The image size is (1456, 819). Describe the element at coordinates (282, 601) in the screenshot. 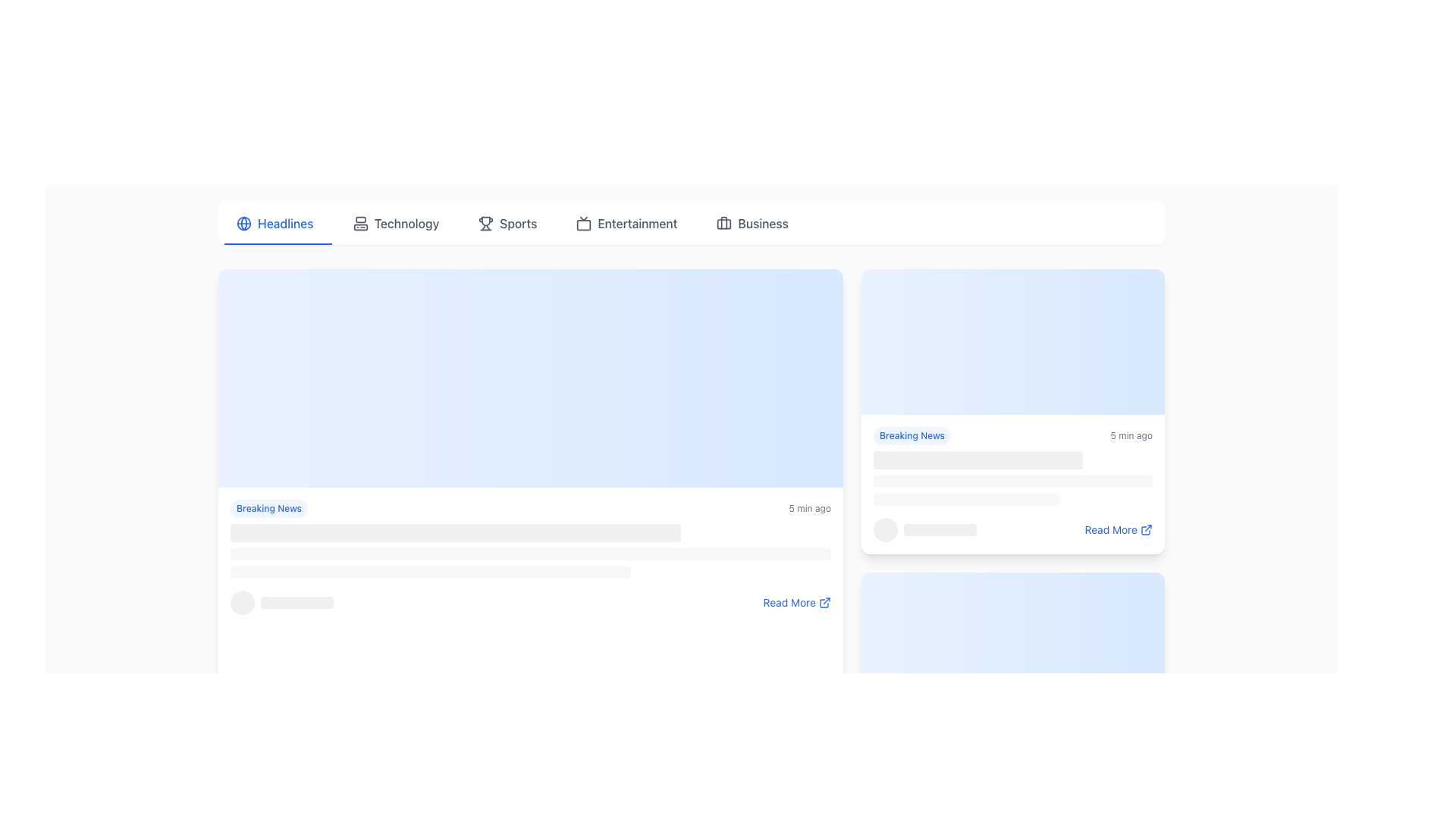

I see `the Loading placeholder, which consists of a circular and a rectangular component arranged horizontally, positioned on the lower part of the main content area under the 'Breaking News' headline` at that location.